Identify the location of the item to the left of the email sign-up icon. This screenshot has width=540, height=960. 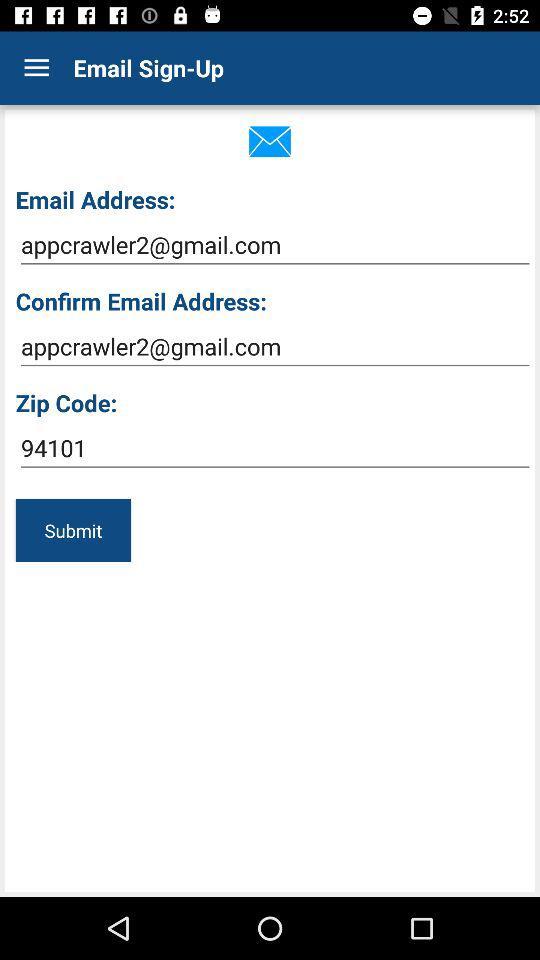
(36, 68).